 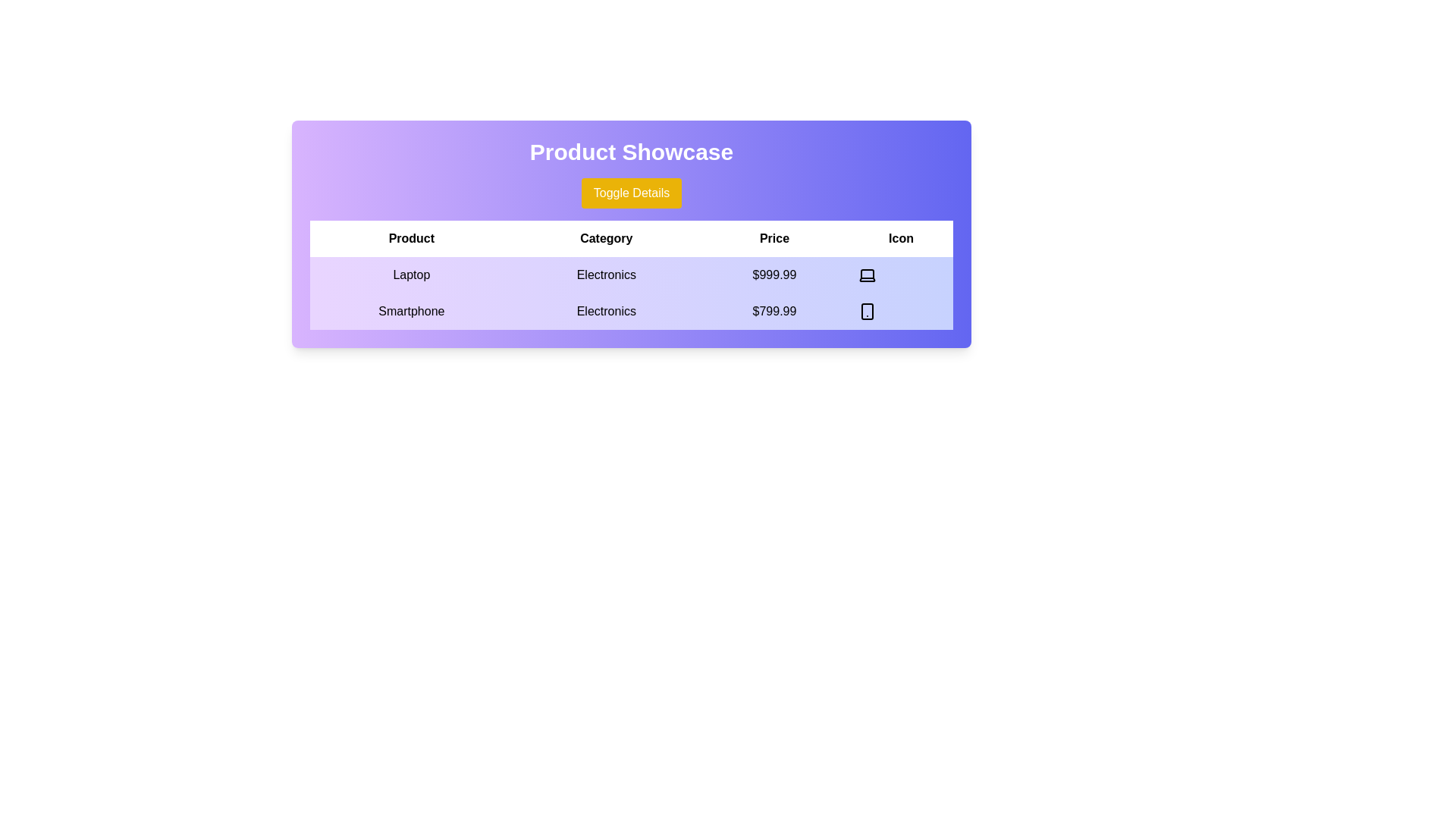 What do you see at coordinates (632, 275) in the screenshot?
I see `the second cell in the first row of the table that contains the text 'Laptop', 'Electronics', and '$999.99', with a gradient background from purple to indigo` at bounding box center [632, 275].